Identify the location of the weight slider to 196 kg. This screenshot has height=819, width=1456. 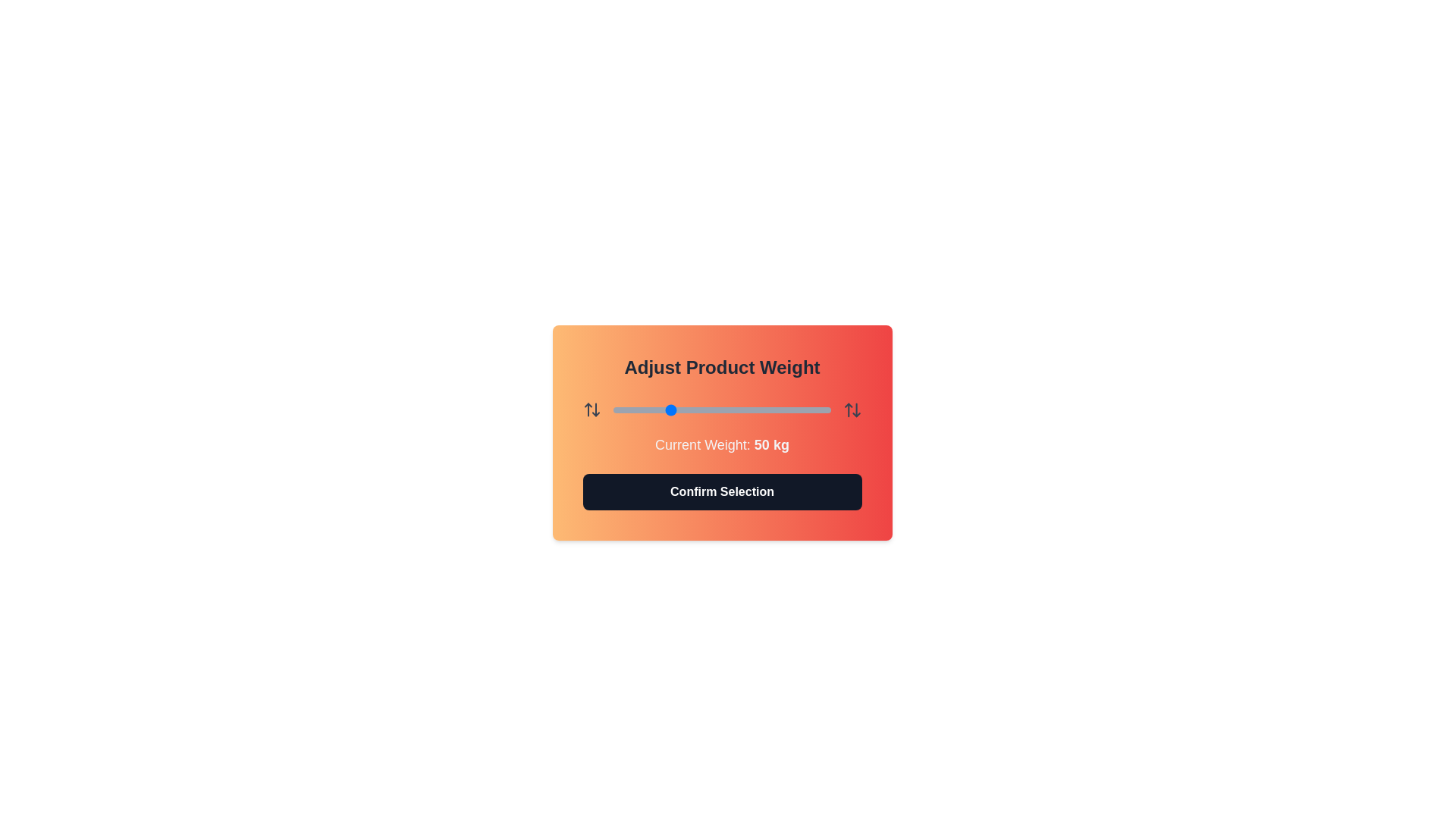
(825, 409).